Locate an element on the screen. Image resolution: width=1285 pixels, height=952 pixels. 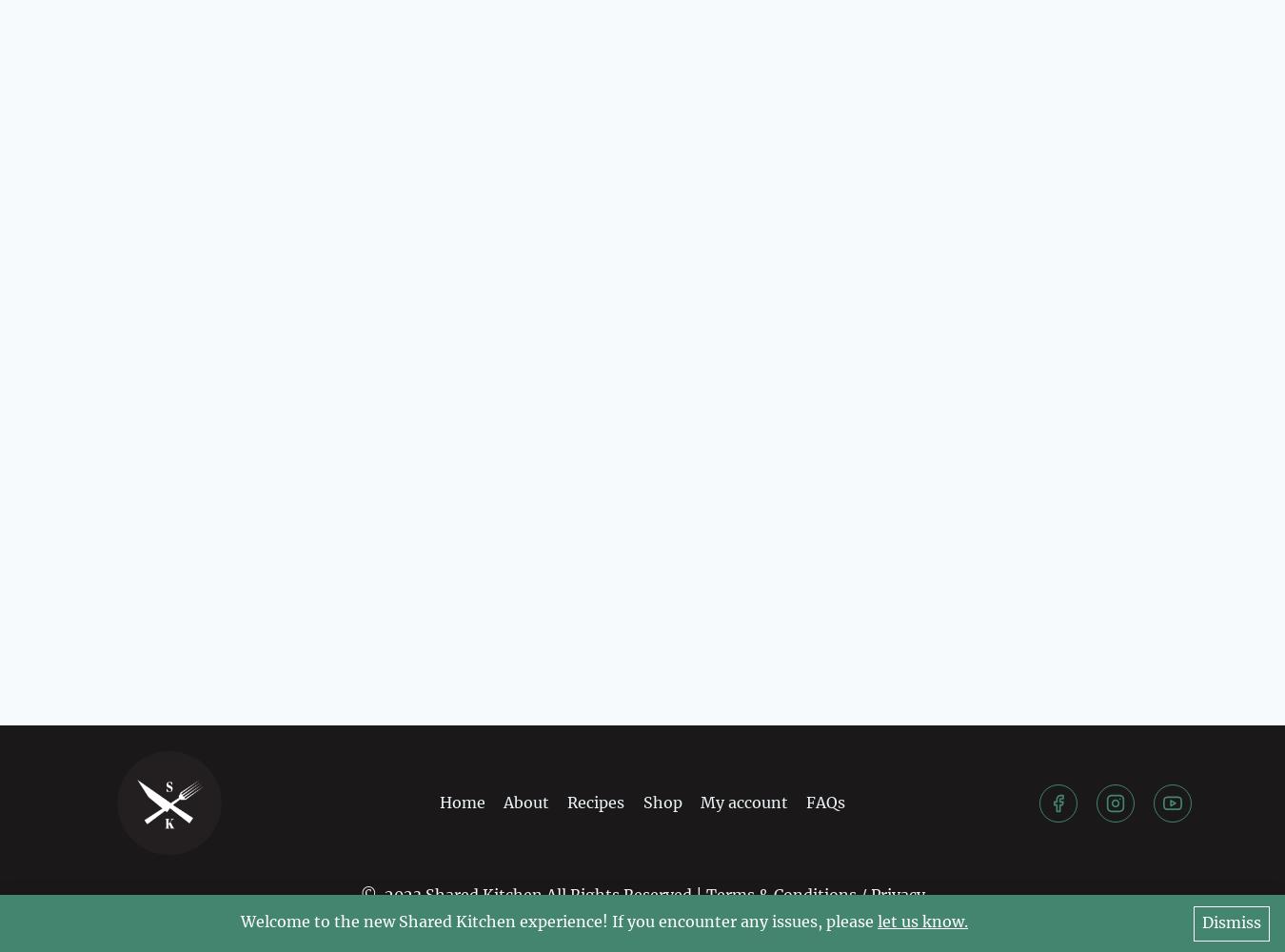
'let us know.' is located at coordinates (921, 921).